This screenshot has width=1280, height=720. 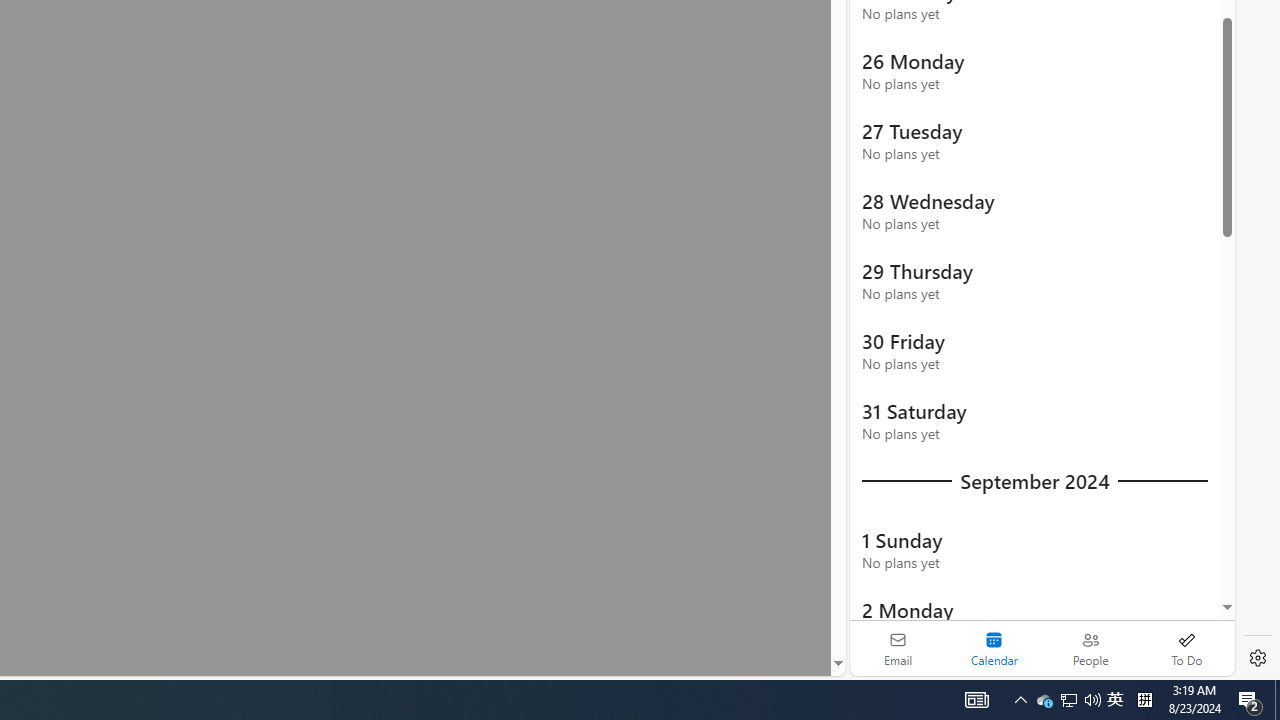 What do you see at coordinates (897, 648) in the screenshot?
I see `'Email'` at bounding box center [897, 648].